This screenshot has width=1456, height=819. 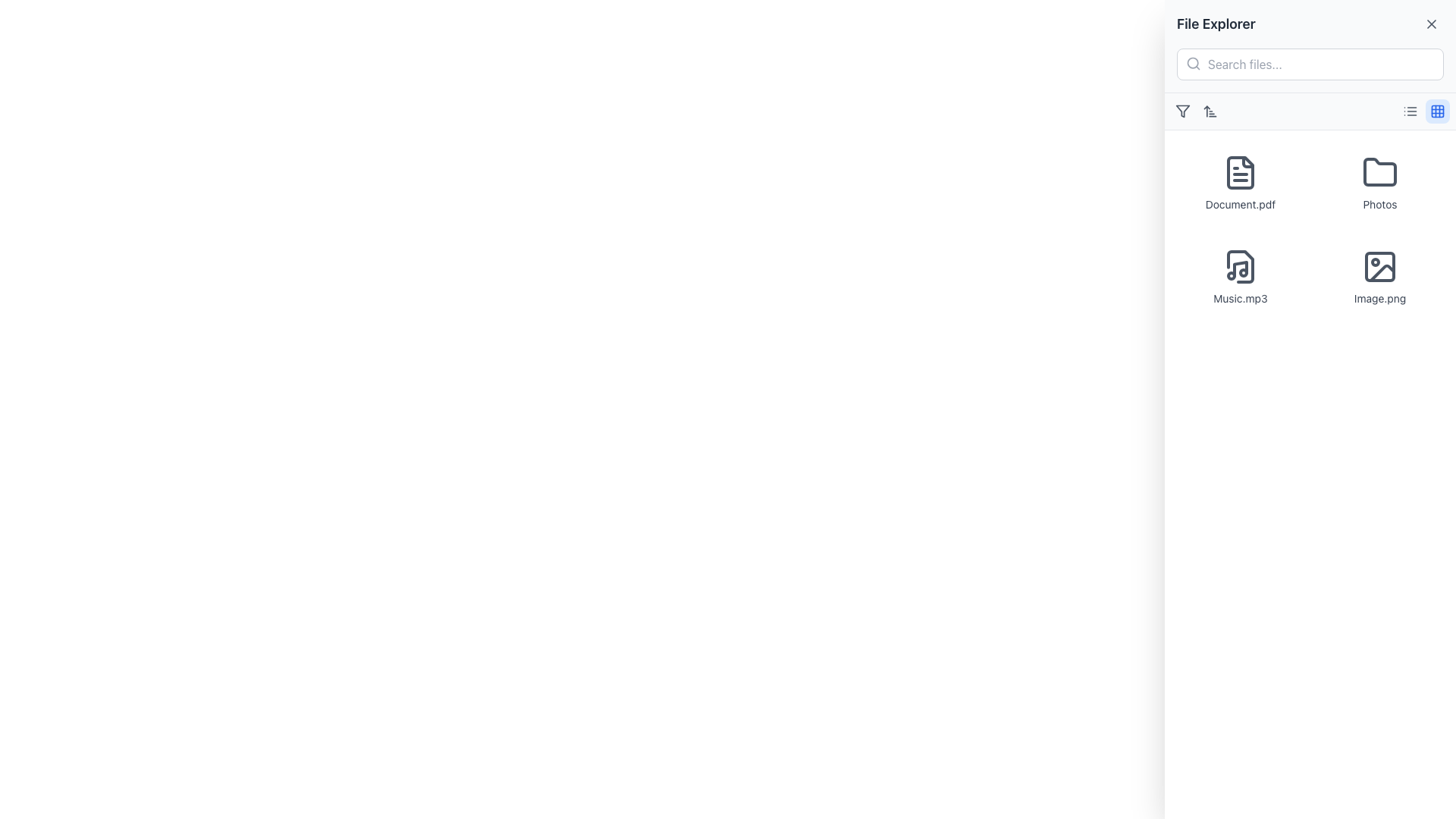 What do you see at coordinates (1241, 171) in the screenshot?
I see `the rectangular document icon with horizontal lines representing text, located above the label 'Document.pdf' in the file explorer grid layout` at bounding box center [1241, 171].